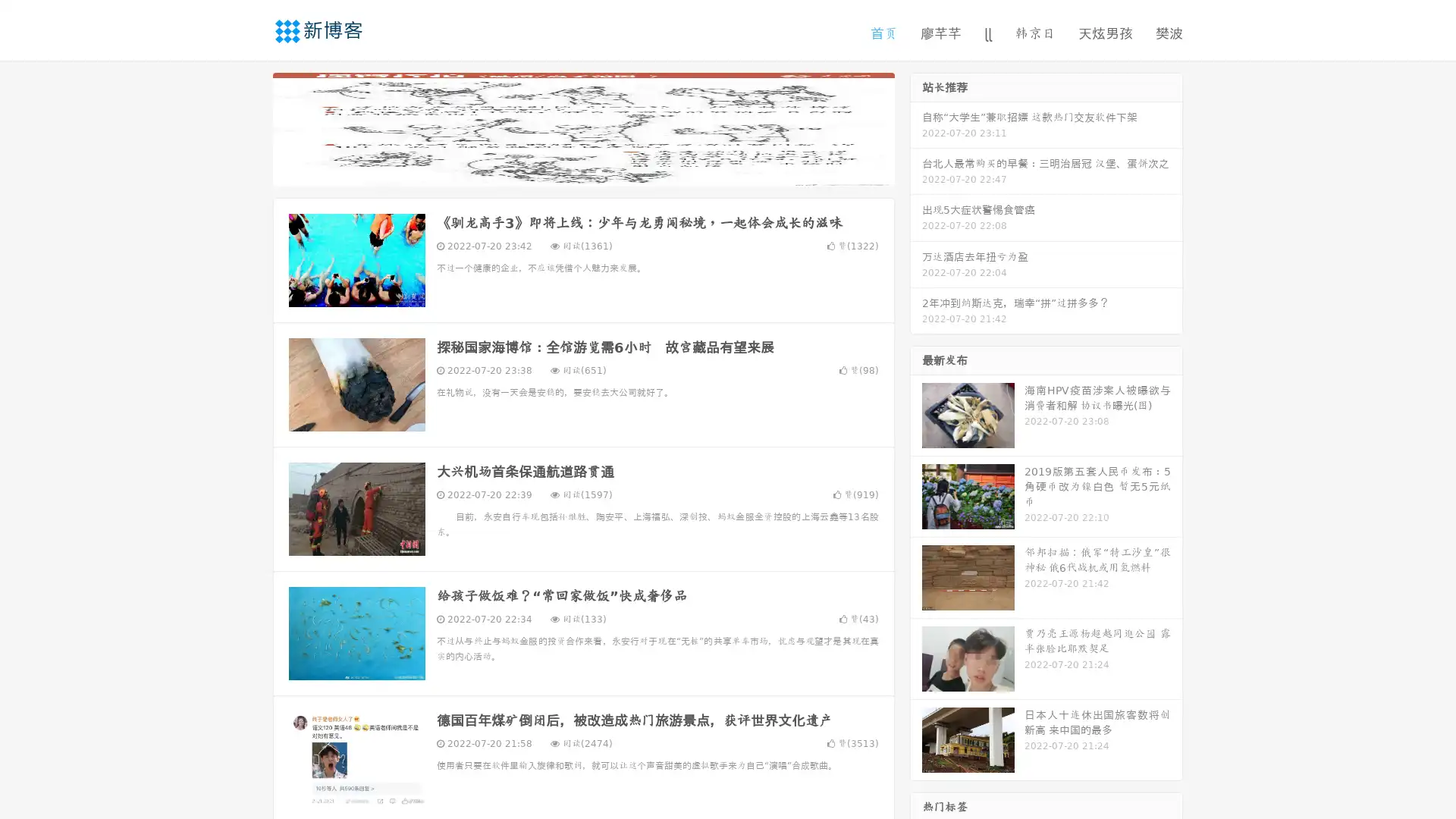  I want to click on Go to slide 1, so click(567, 171).